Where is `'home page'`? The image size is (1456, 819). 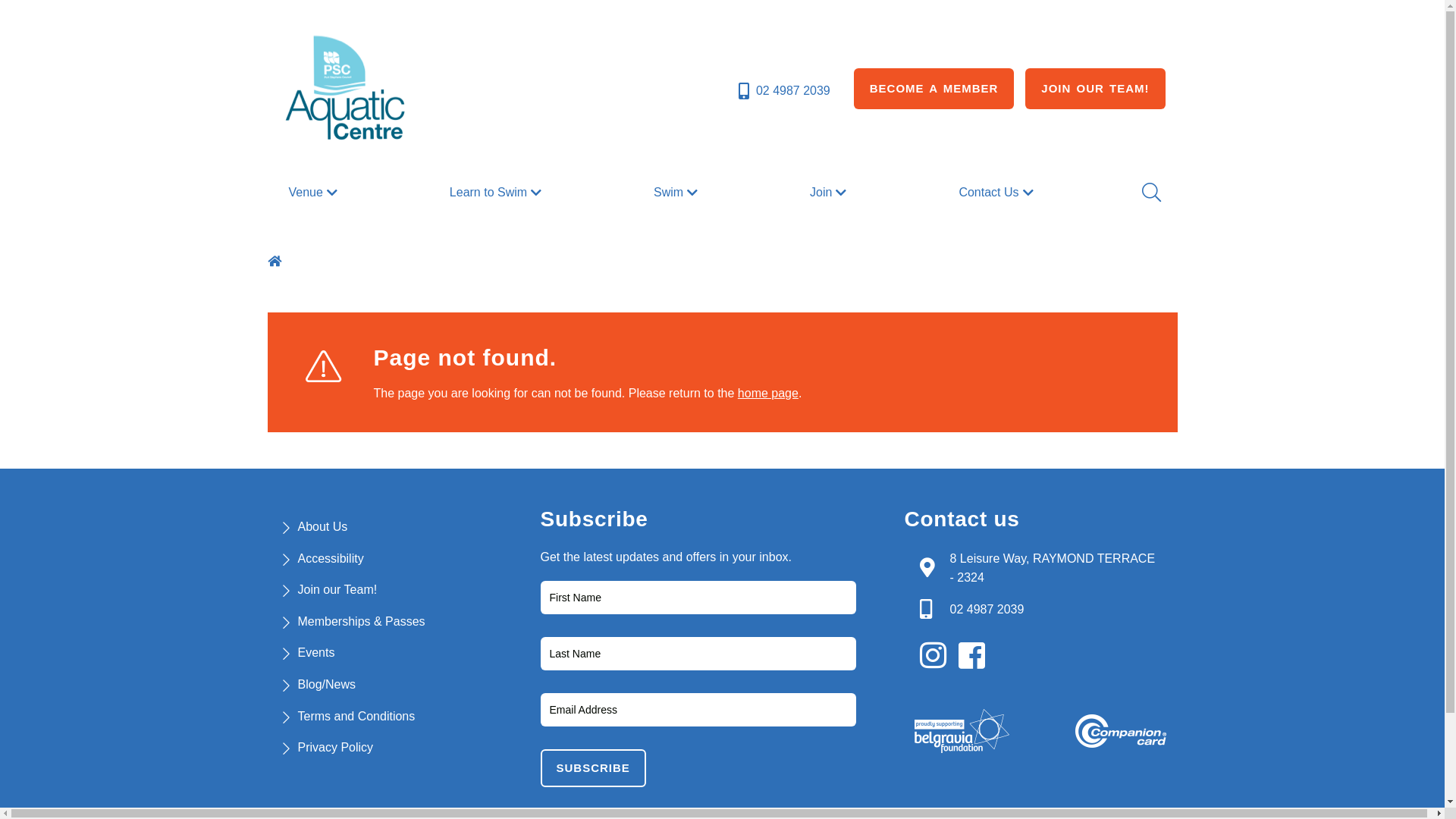
'home page' is located at coordinates (767, 392).